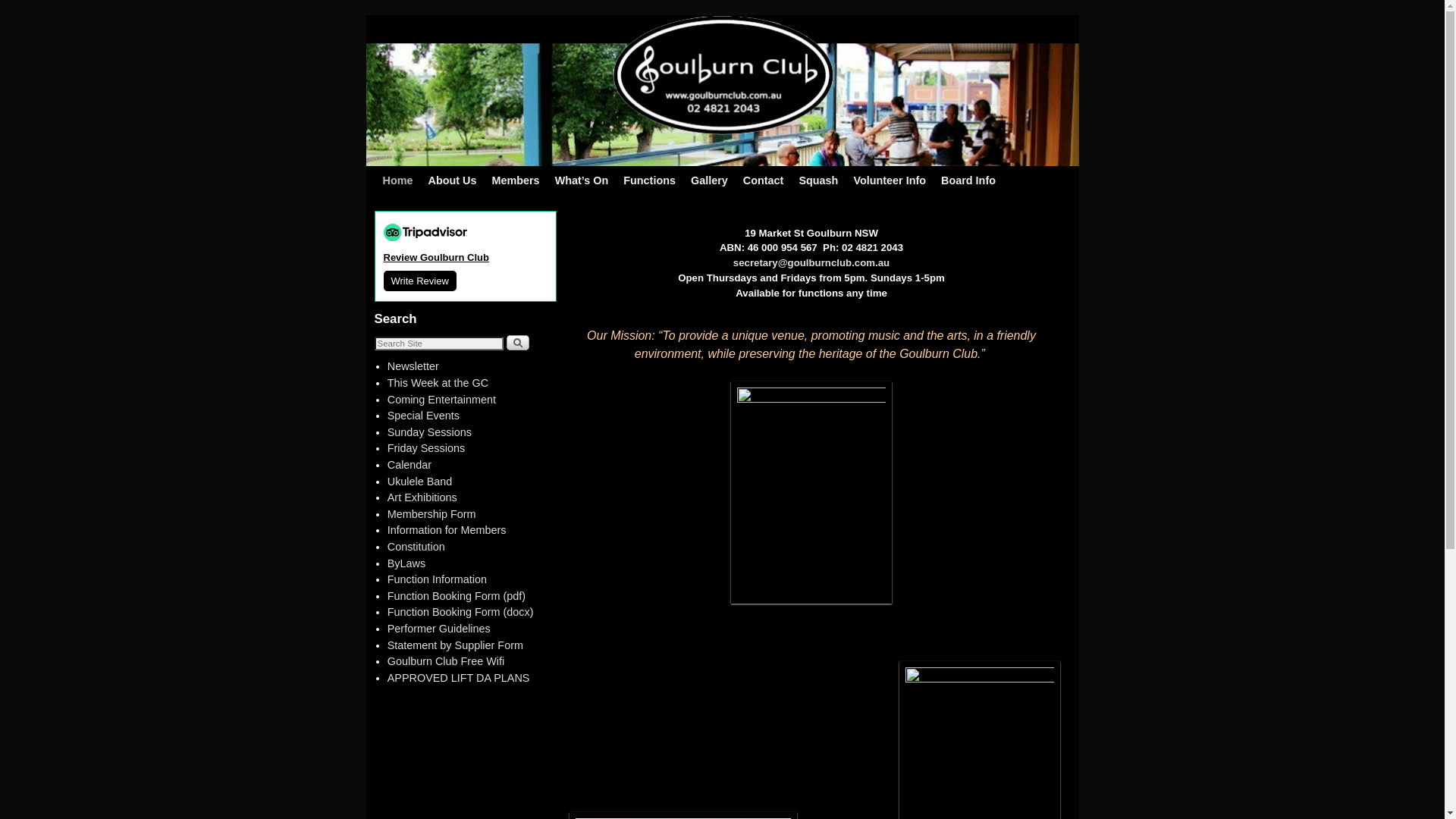 This screenshot has width=1456, height=819. What do you see at coordinates (889, 180) in the screenshot?
I see `'Volunteer Info'` at bounding box center [889, 180].